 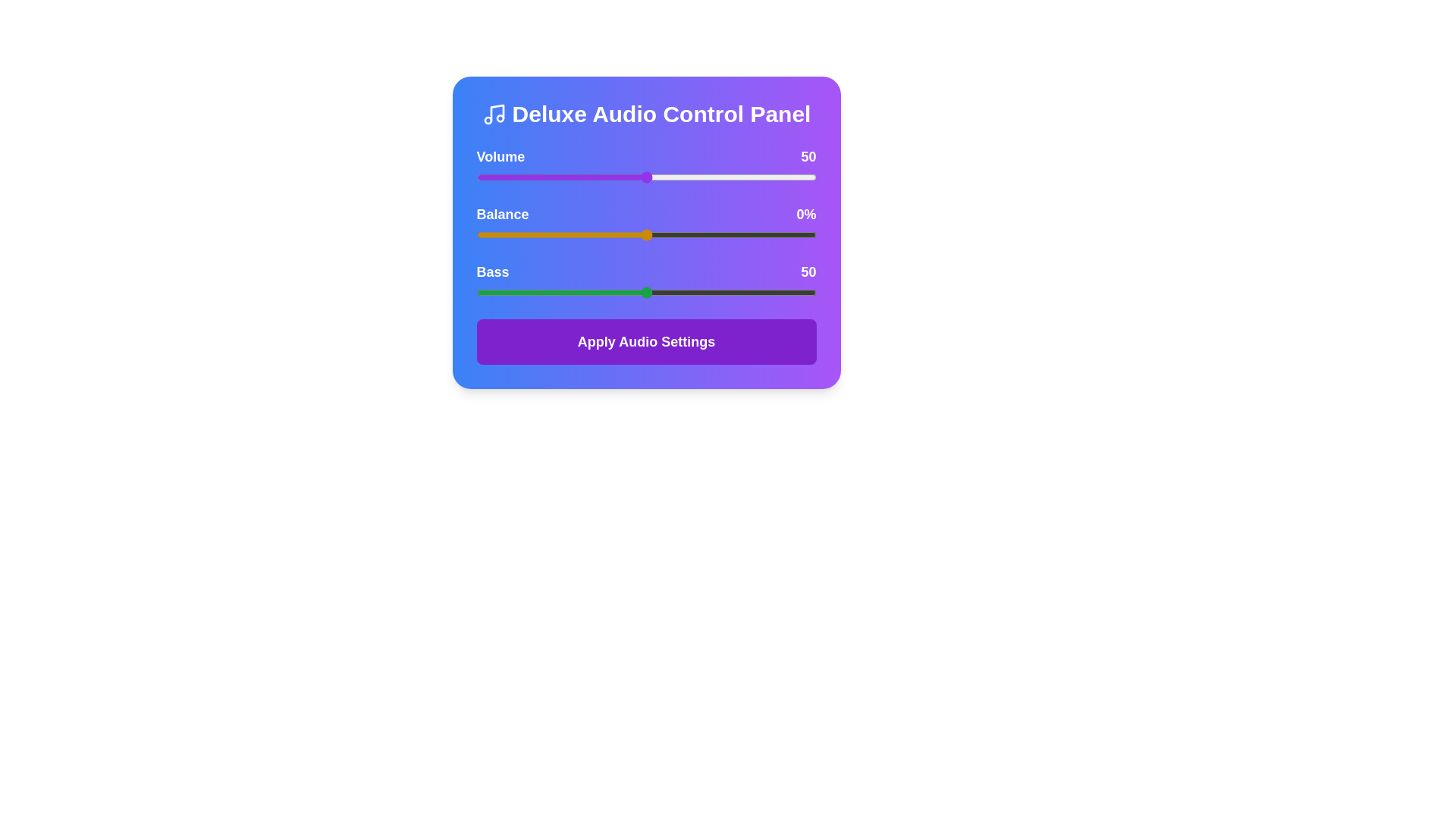 I want to click on the slider knob of the 'Balance 0%' control located in the 'Deluxe Audio Control Panel', so click(x=646, y=223).